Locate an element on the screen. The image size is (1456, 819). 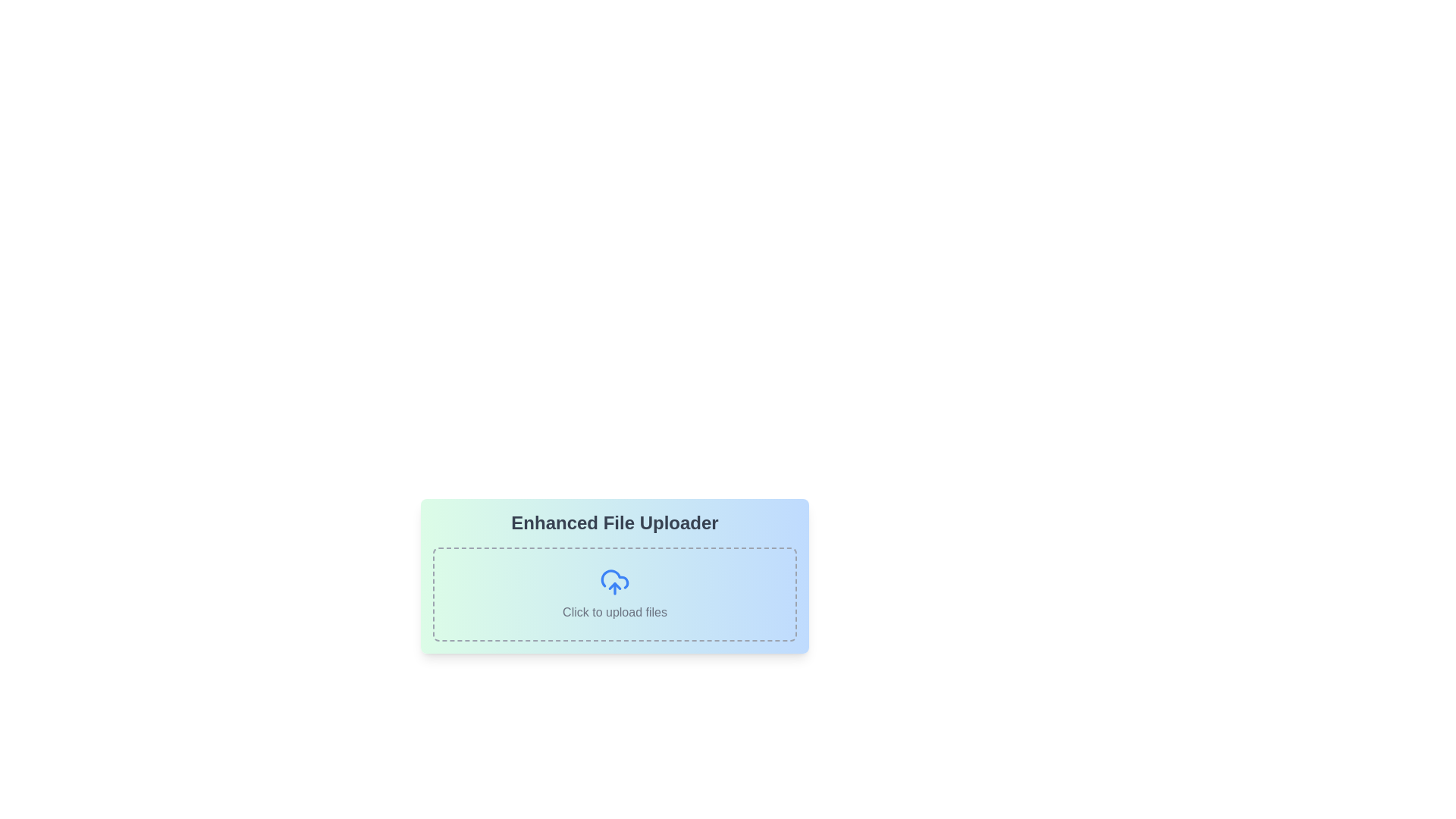
the static text label reading 'Click to upload files', which is styled in light gray and positioned below the blue upload cloud icon in the Enhanced File Uploader interface is located at coordinates (615, 611).